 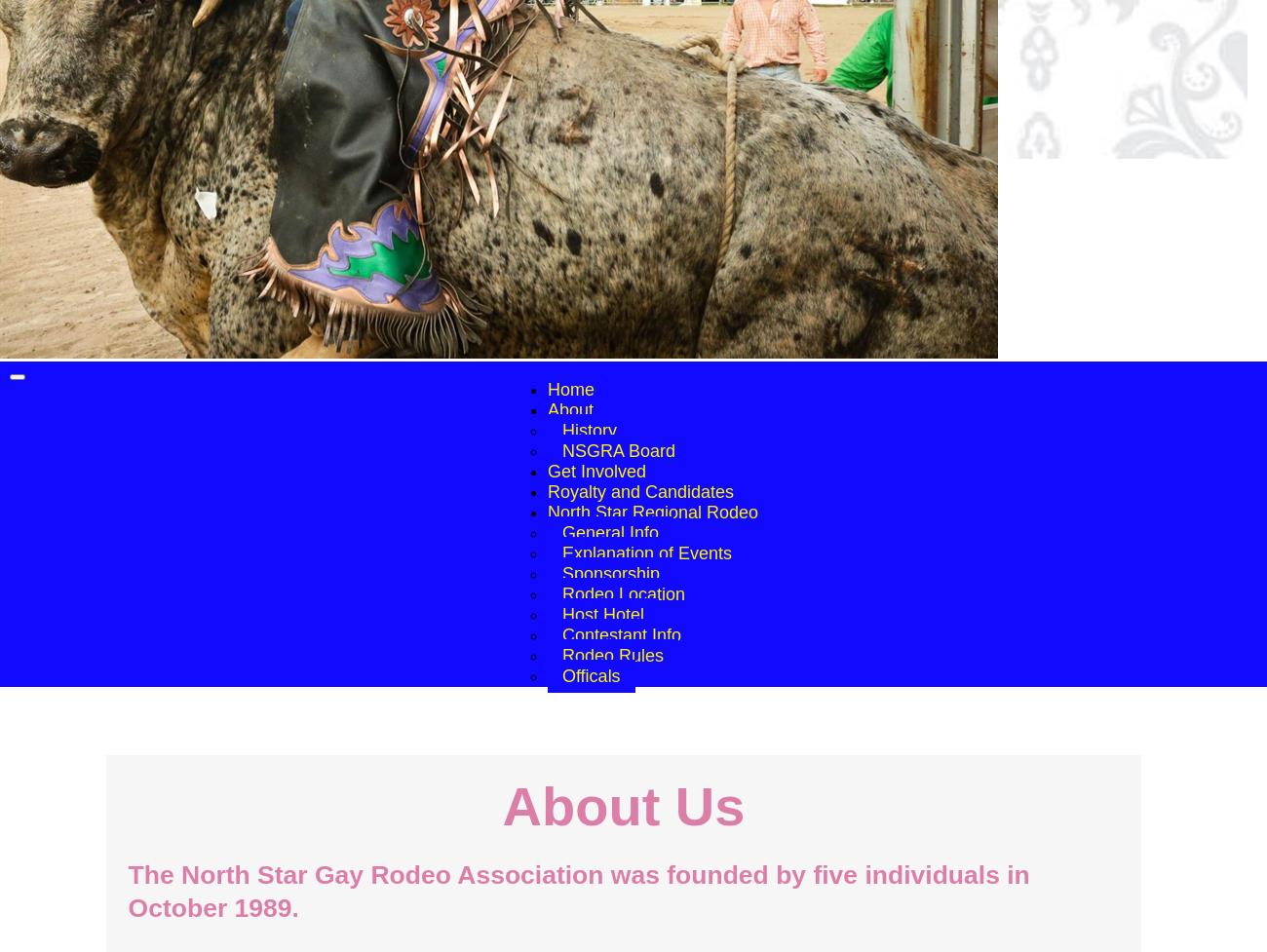 What do you see at coordinates (577, 890) in the screenshot?
I see `'The North Star Gay Rodeo Association was founded by five individuals in October 1989.'` at bounding box center [577, 890].